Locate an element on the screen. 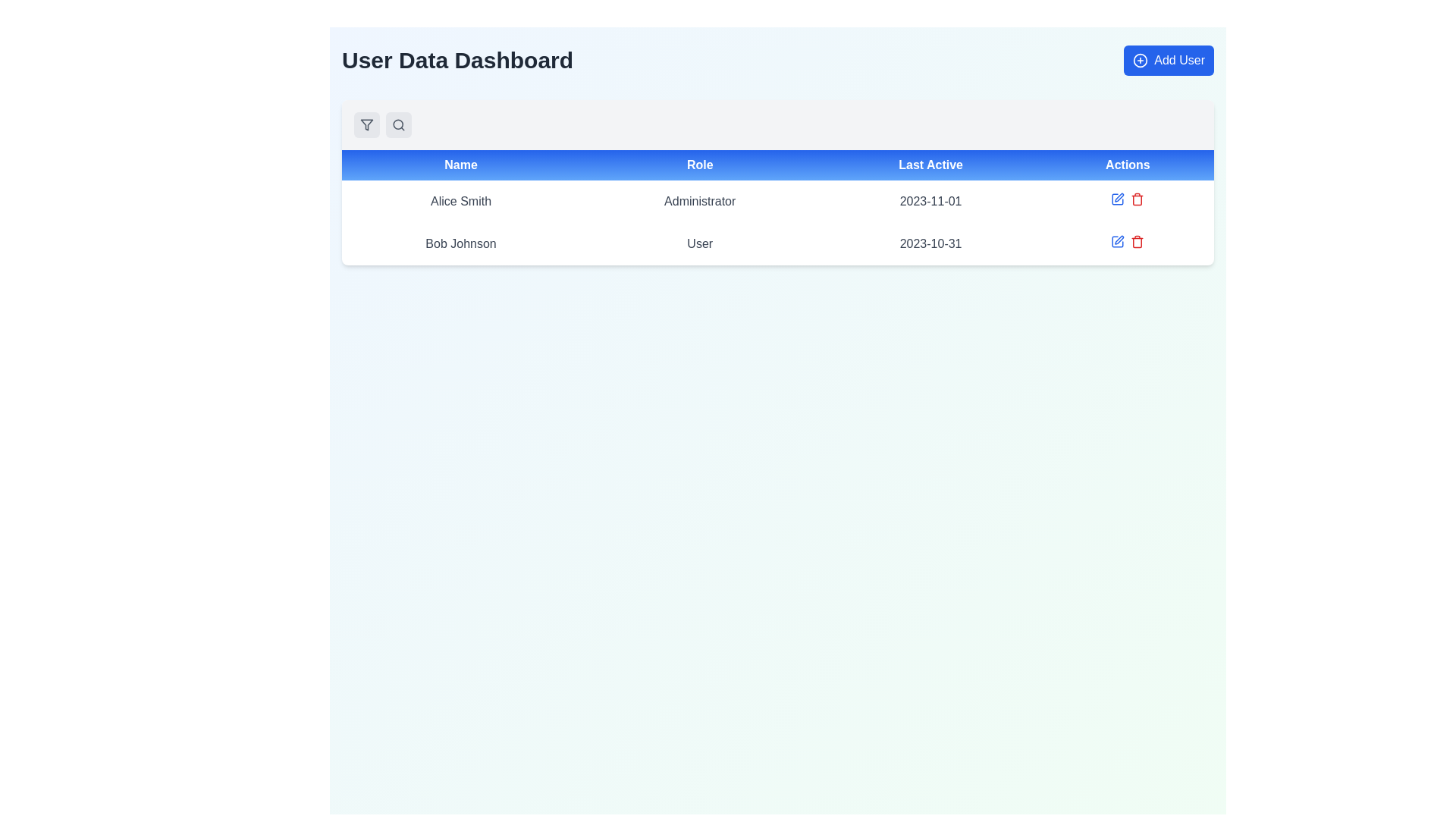 The image size is (1456, 819). the first Icon Button in the 'Actions' column of the second row of the user table is located at coordinates (1118, 198).